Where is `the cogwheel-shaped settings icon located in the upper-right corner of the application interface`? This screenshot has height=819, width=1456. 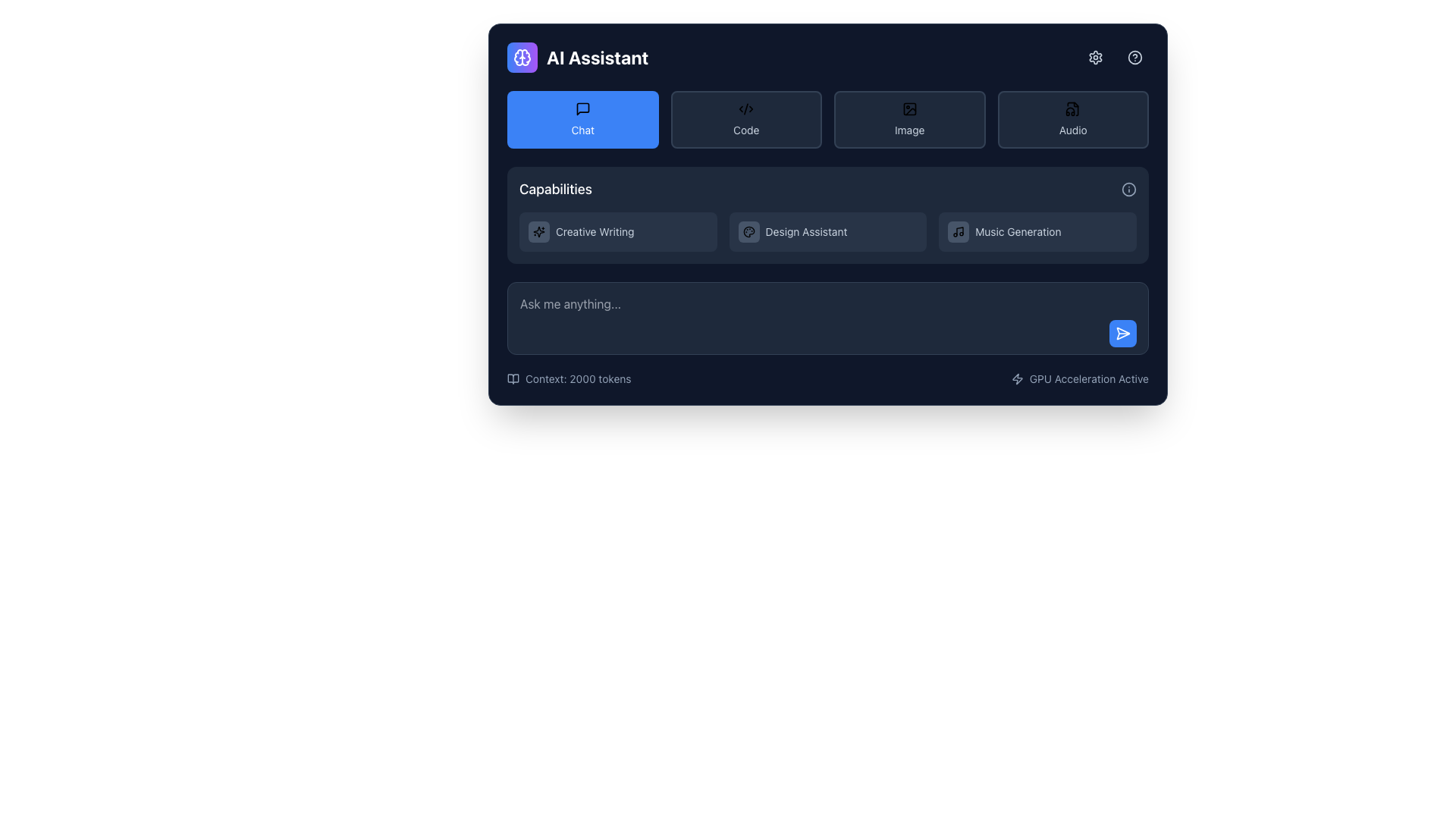
the cogwheel-shaped settings icon located in the upper-right corner of the application interface is located at coordinates (1095, 57).